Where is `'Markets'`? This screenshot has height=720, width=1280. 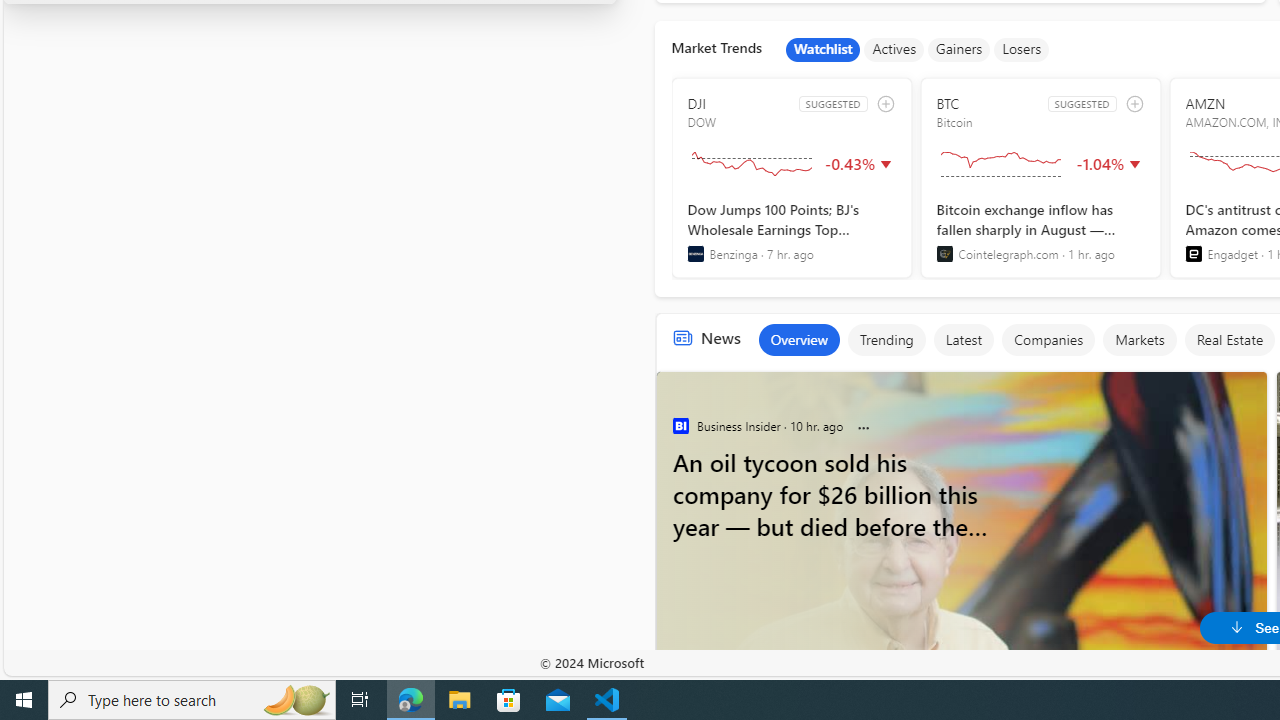 'Markets' is located at coordinates (1139, 338).